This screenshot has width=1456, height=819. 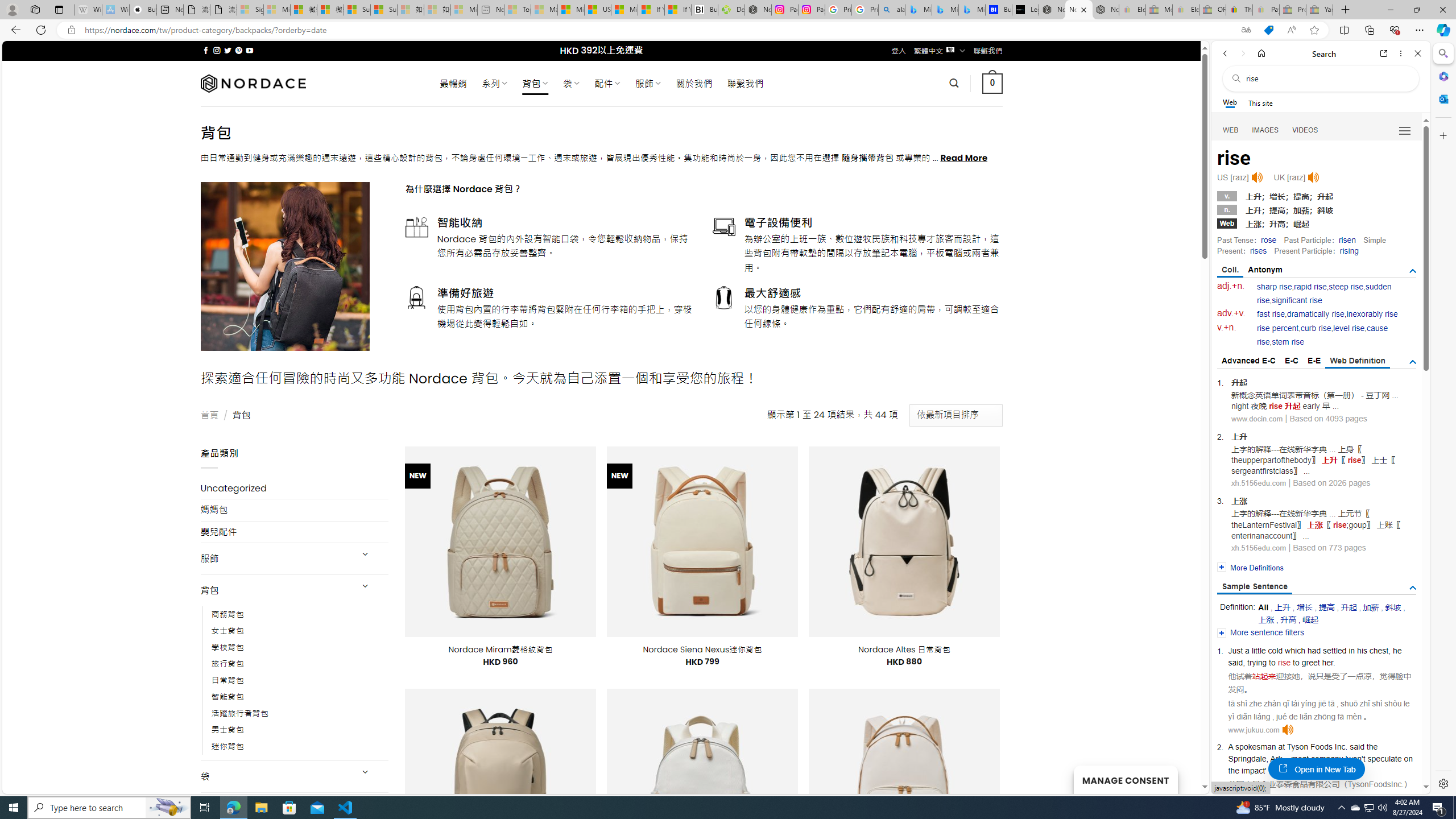 What do you see at coordinates (1277, 328) in the screenshot?
I see `'rise percent'` at bounding box center [1277, 328].